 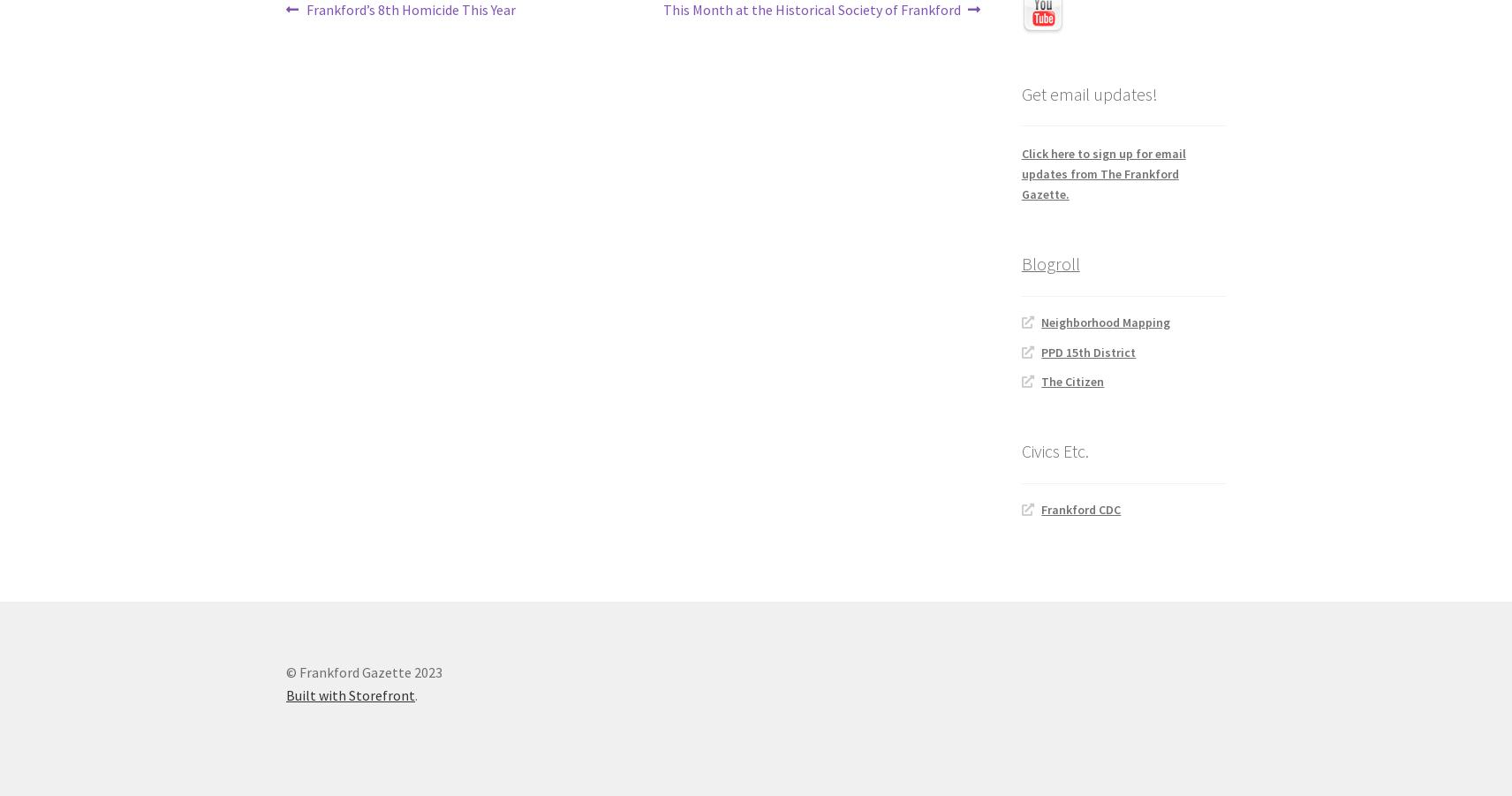 I want to click on 'Blogroll', so click(x=1020, y=263).